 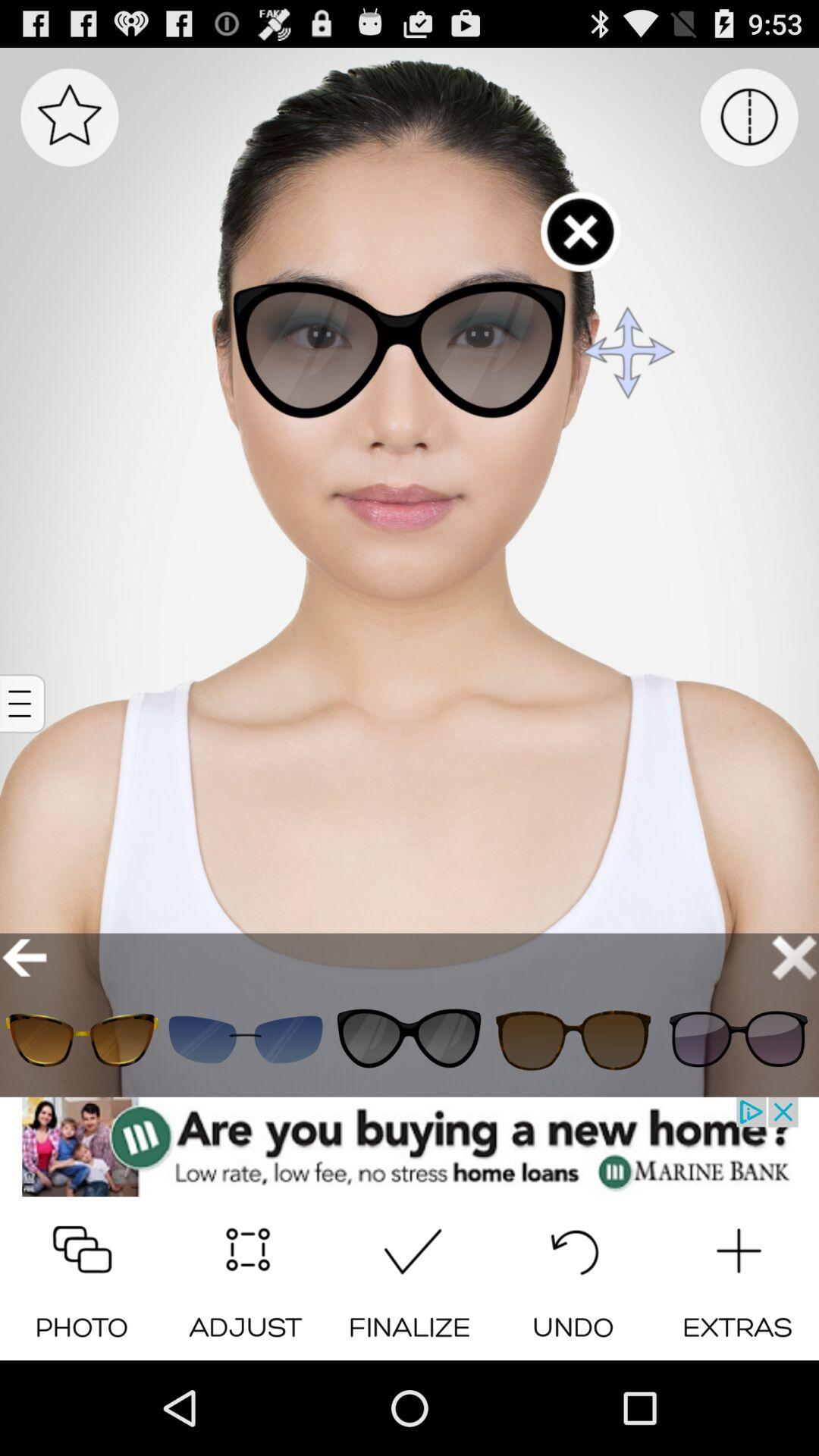 What do you see at coordinates (409, 1039) in the screenshot?
I see `see that style on the model` at bounding box center [409, 1039].